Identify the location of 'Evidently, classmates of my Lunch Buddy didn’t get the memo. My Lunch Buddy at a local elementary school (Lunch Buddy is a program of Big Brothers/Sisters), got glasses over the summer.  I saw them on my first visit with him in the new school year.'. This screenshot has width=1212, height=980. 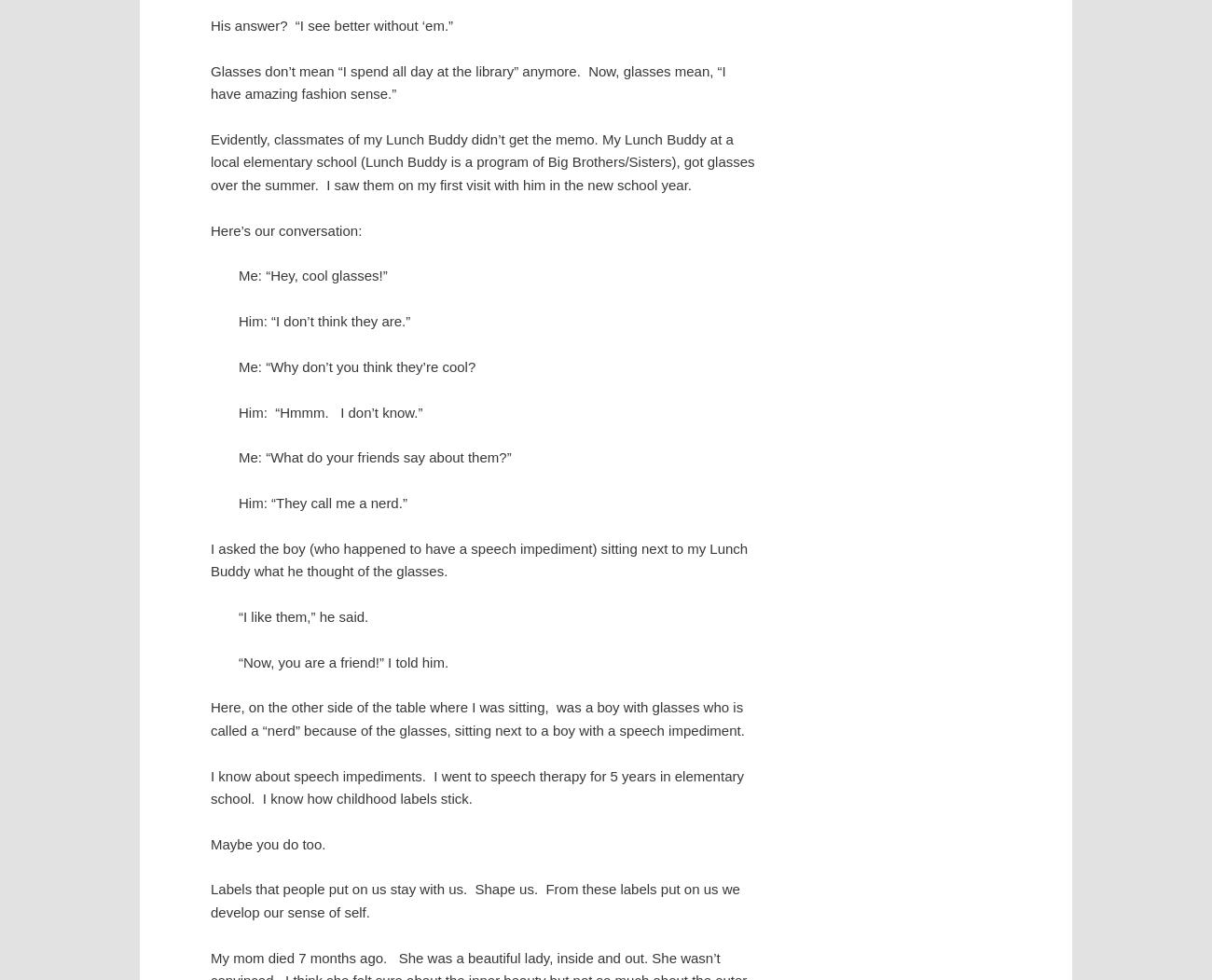
(209, 161).